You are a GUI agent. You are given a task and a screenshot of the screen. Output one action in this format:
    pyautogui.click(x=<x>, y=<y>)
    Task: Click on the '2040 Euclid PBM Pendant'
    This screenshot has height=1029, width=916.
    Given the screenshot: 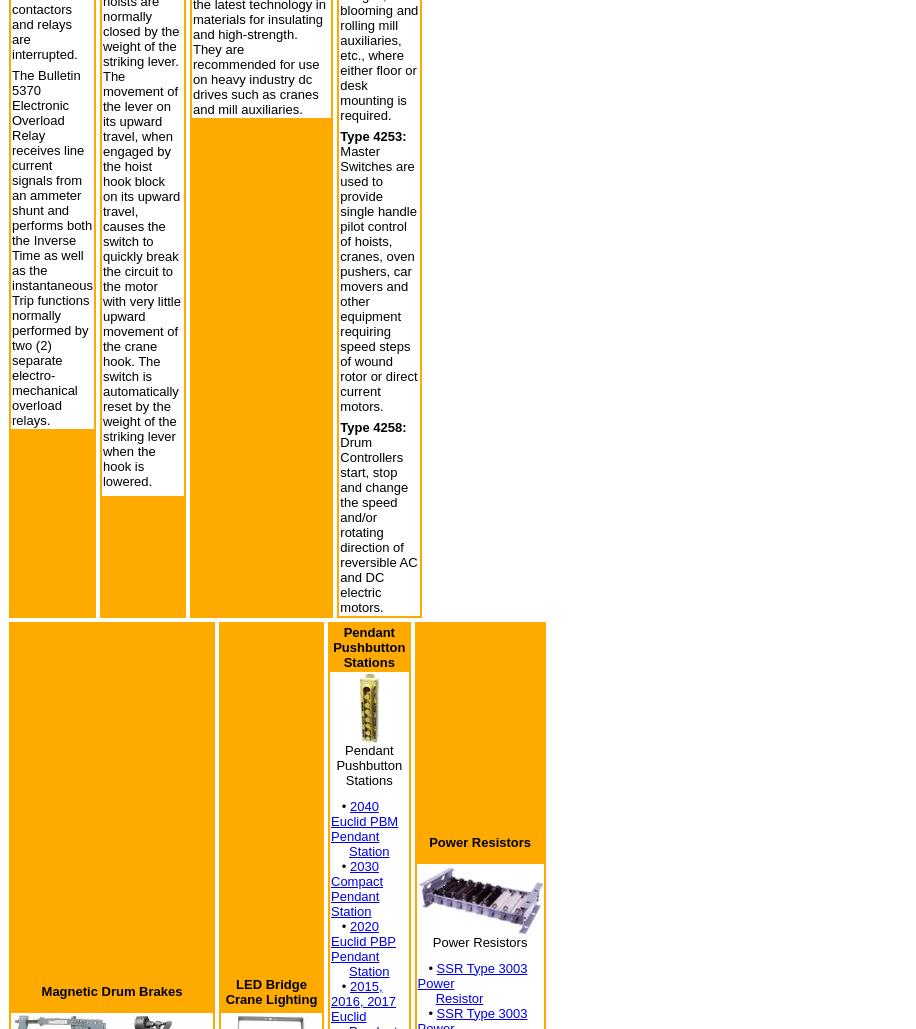 What is the action you would take?
    pyautogui.click(x=330, y=820)
    